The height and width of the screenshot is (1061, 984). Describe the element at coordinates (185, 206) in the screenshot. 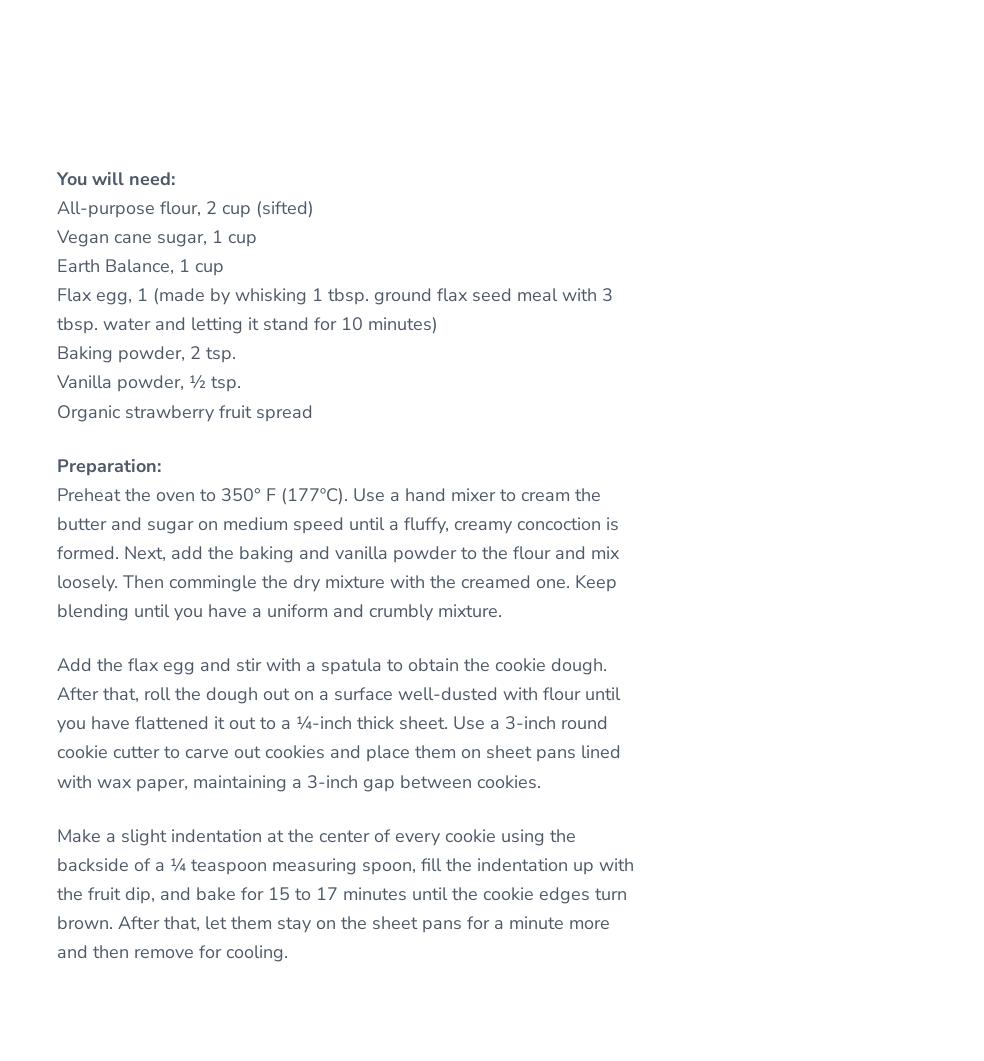

I see `'All-purpose flour, 2 cup (sifted)'` at that location.